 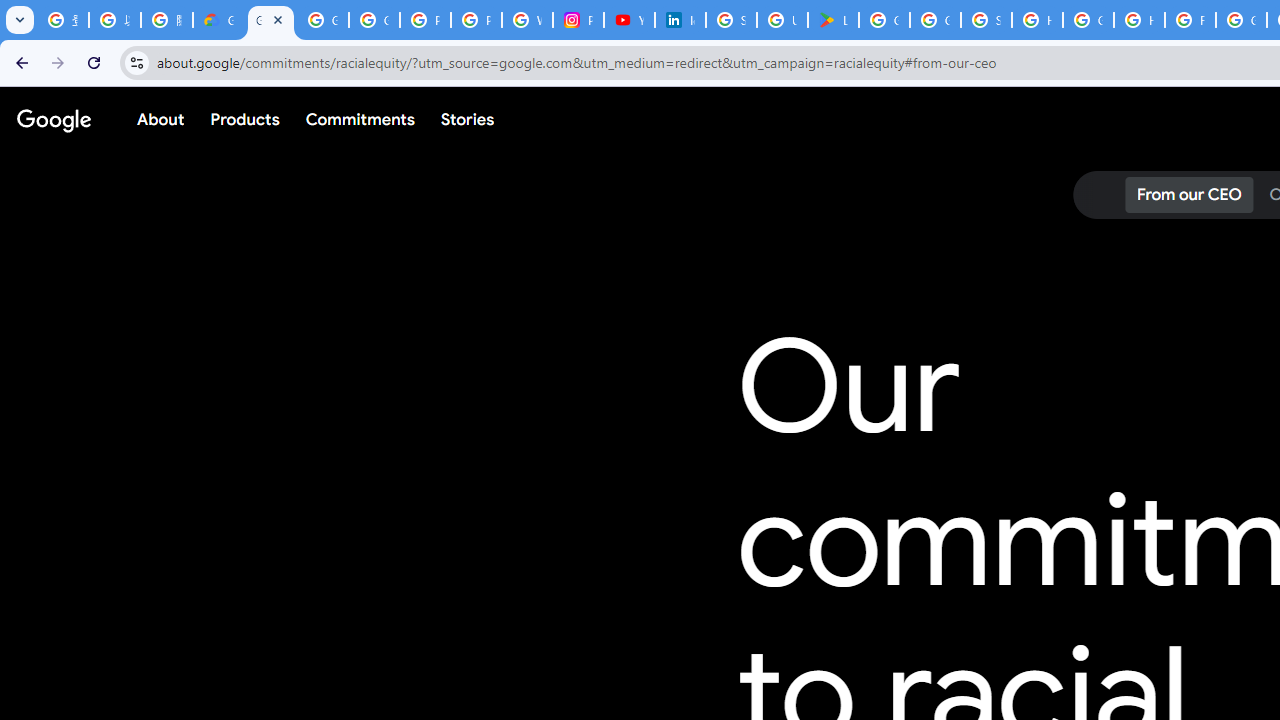 I want to click on 'Products', so click(x=244, y=119).